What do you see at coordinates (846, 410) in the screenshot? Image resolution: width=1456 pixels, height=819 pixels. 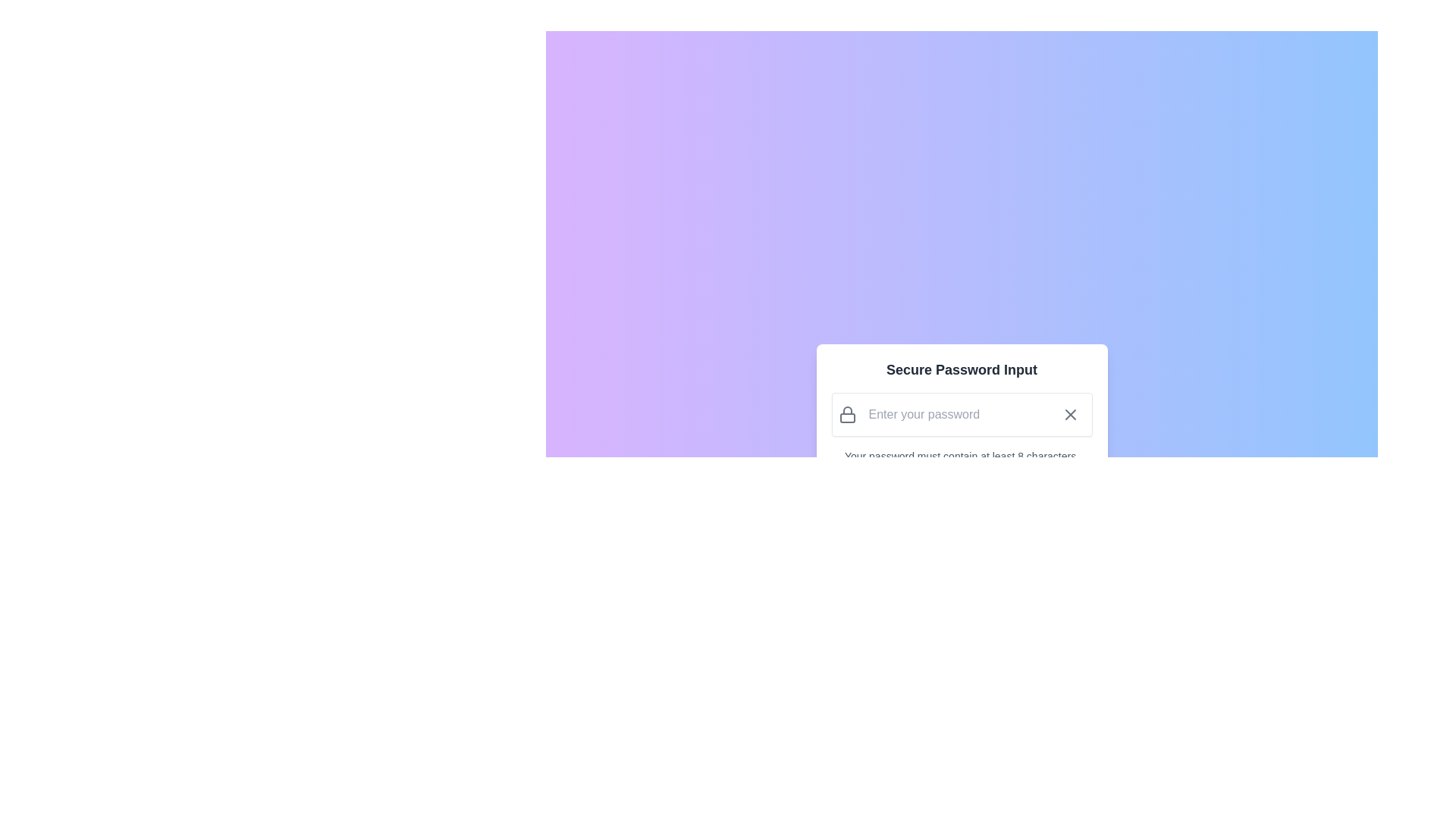 I see `the curved upper part of the gray padlock icon located to the left of the password input field in the modal box` at bounding box center [846, 410].